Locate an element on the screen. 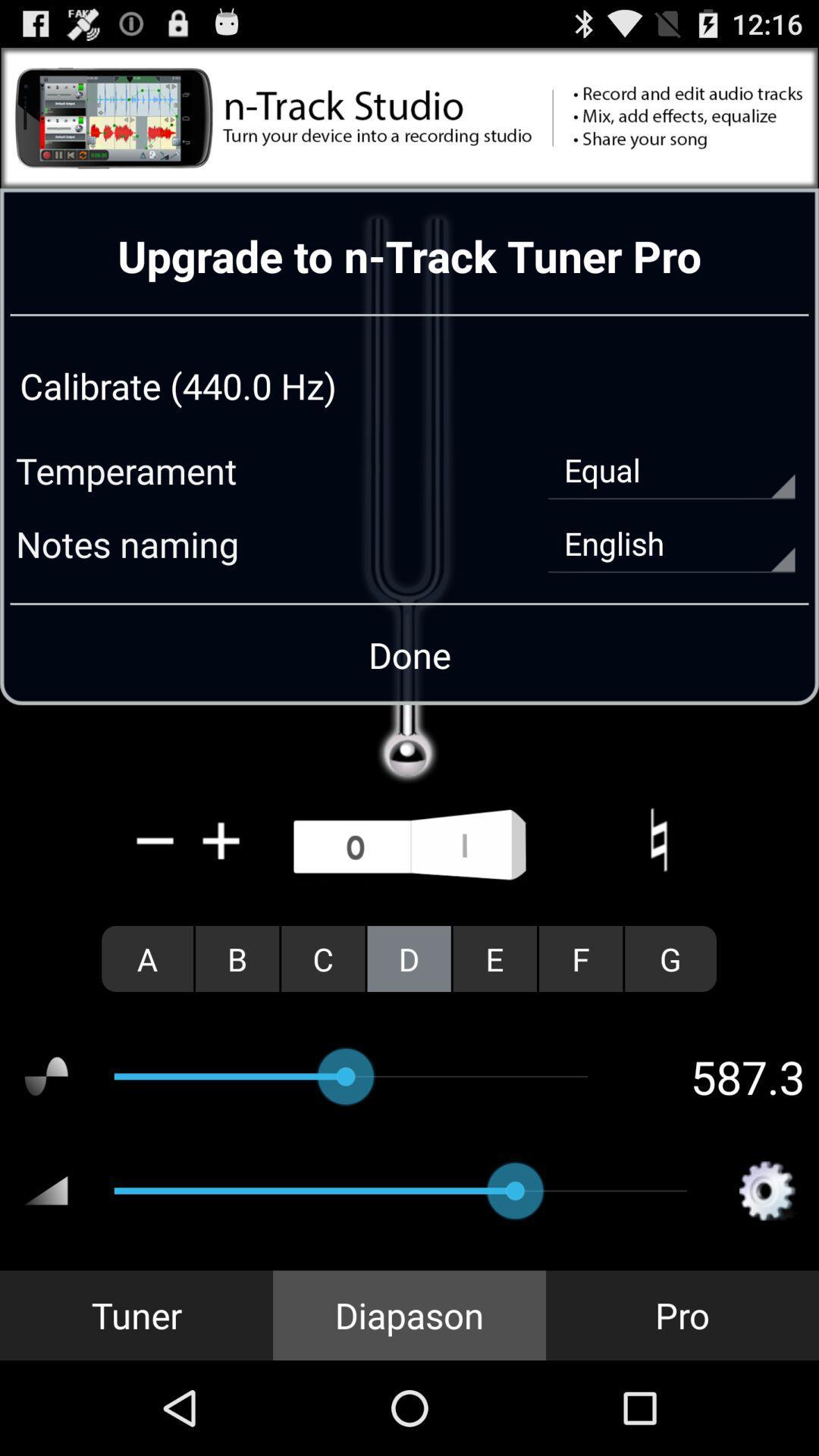 This screenshot has width=819, height=1456. the minus icon is located at coordinates (155, 899).